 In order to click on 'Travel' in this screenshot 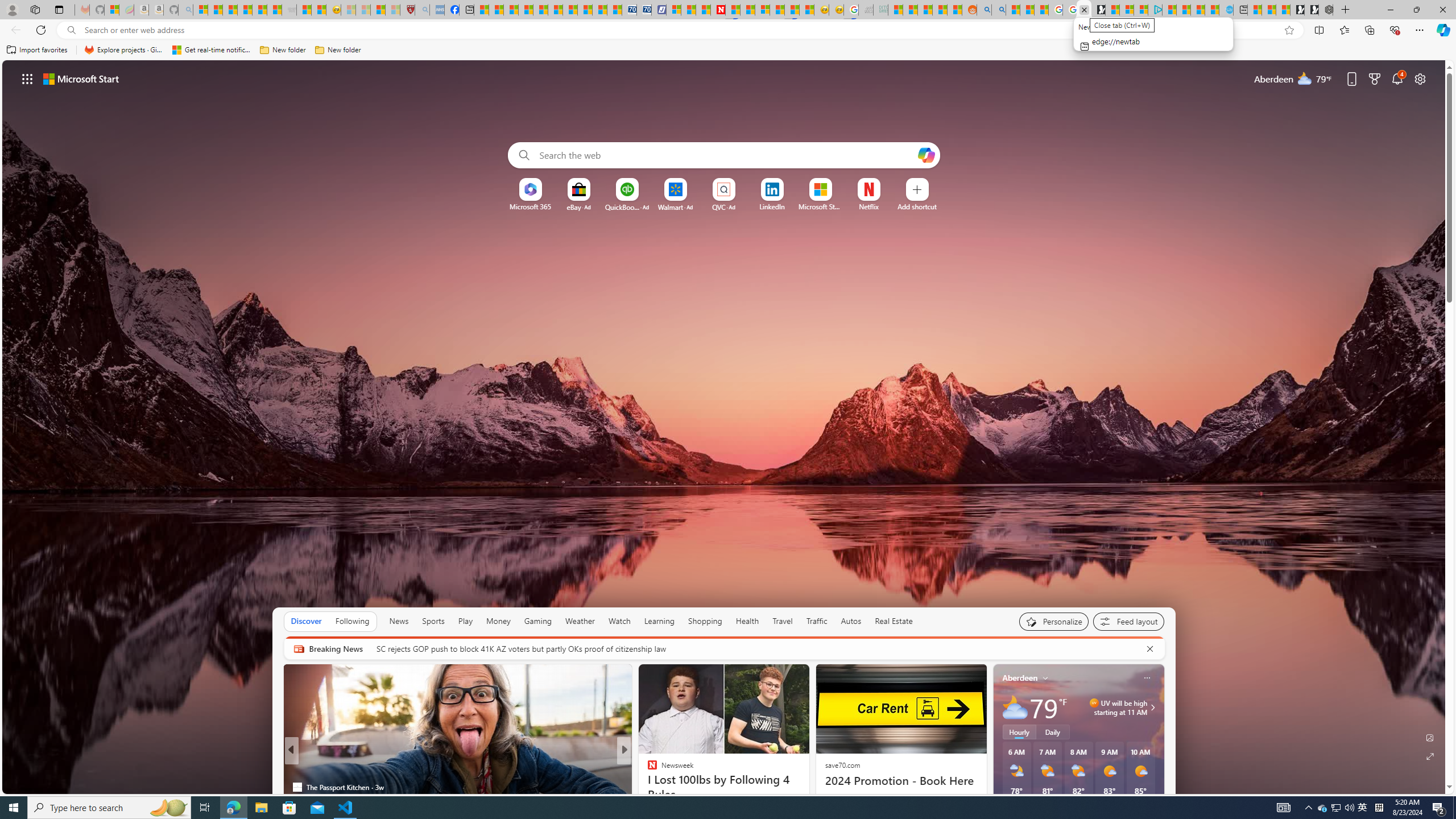, I will do `click(782, 621)`.